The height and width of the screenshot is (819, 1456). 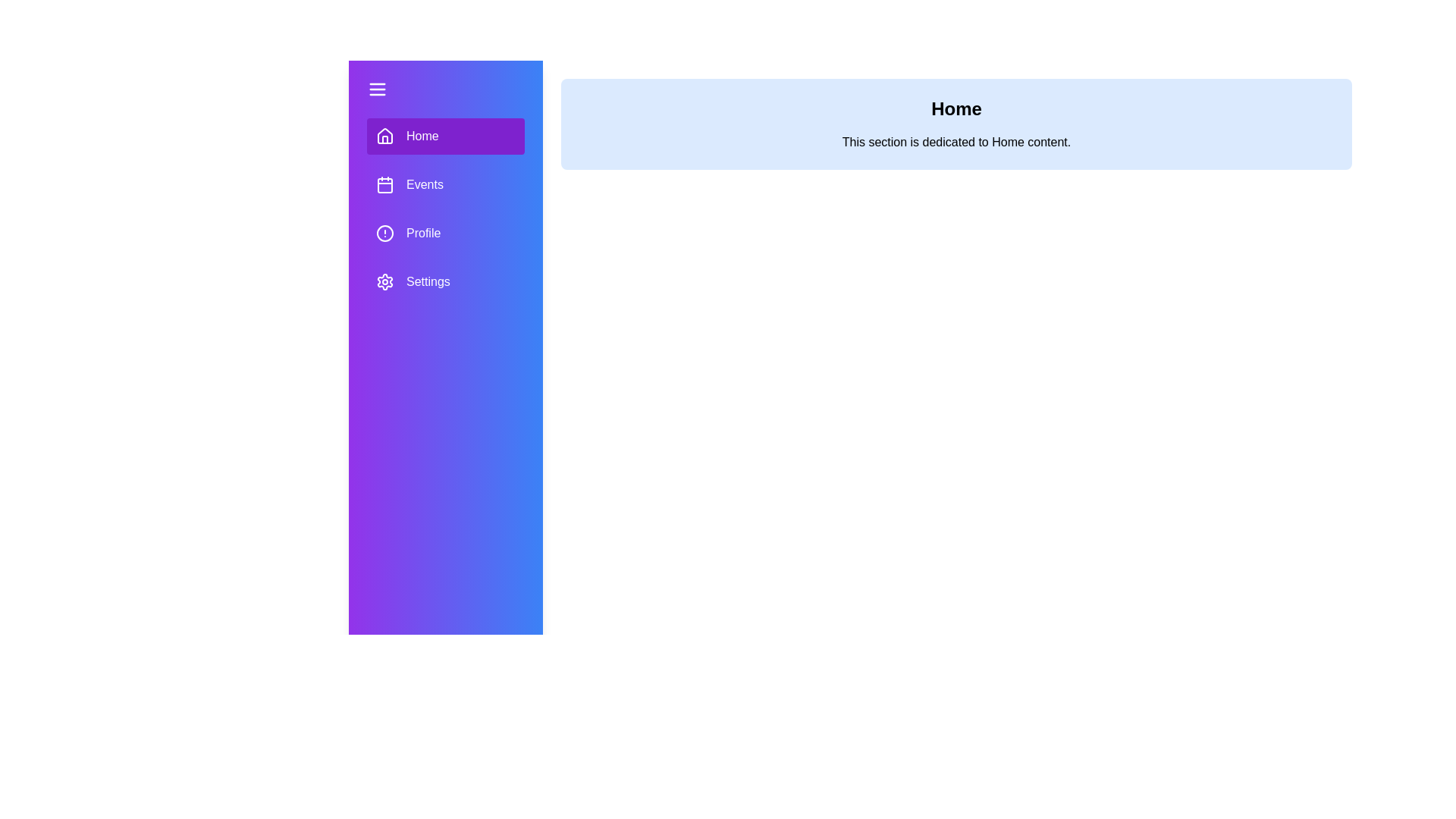 What do you see at coordinates (427, 281) in the screenshot?
I see `the 'Settings' text label in the sidebar navigation` at bounding box center [427, 281].